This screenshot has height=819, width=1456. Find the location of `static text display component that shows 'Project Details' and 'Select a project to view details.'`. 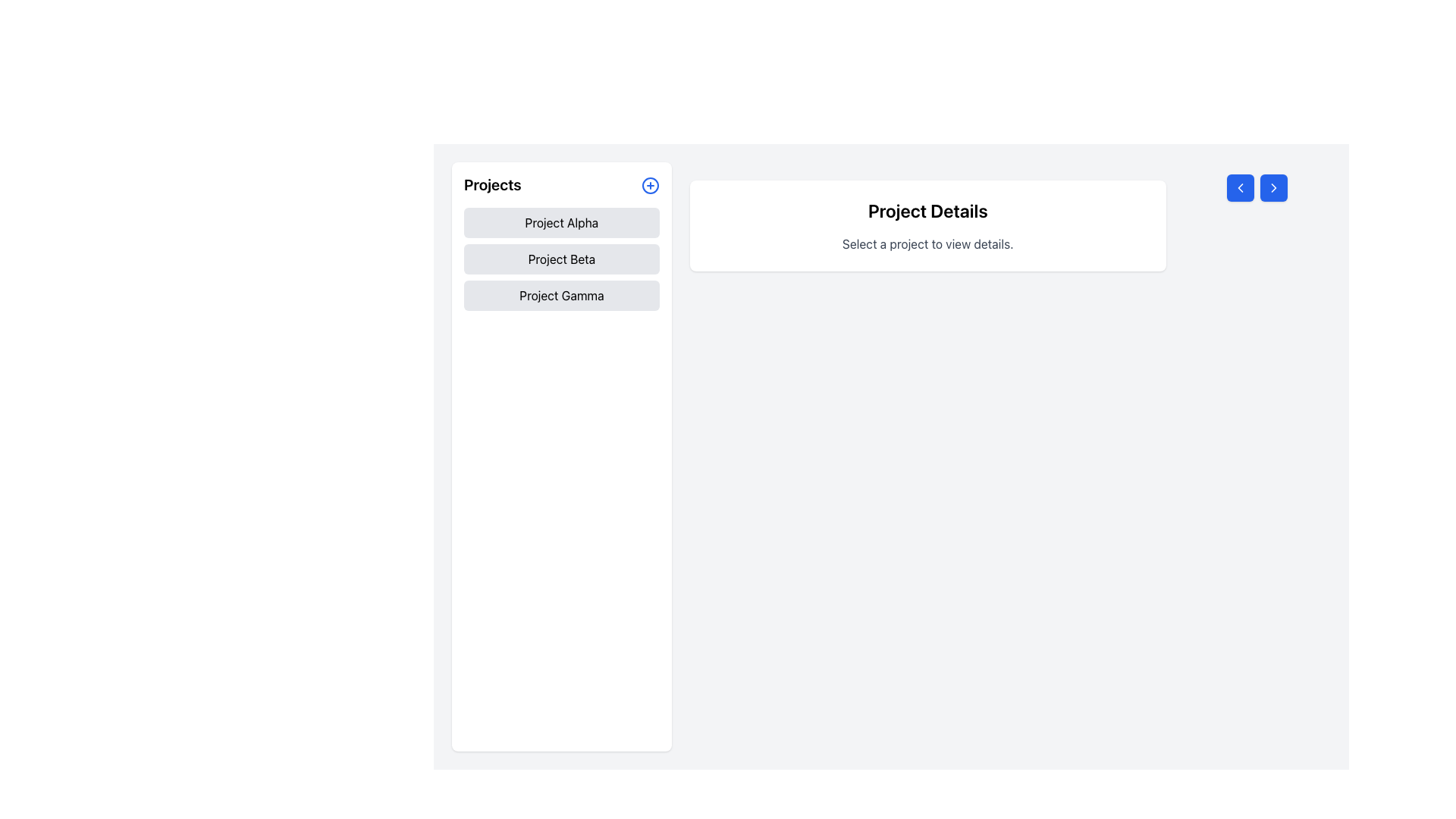

static text display component that shows 'Project Details' and 'Select a project to view details.' is located at coordinates (927, 225).